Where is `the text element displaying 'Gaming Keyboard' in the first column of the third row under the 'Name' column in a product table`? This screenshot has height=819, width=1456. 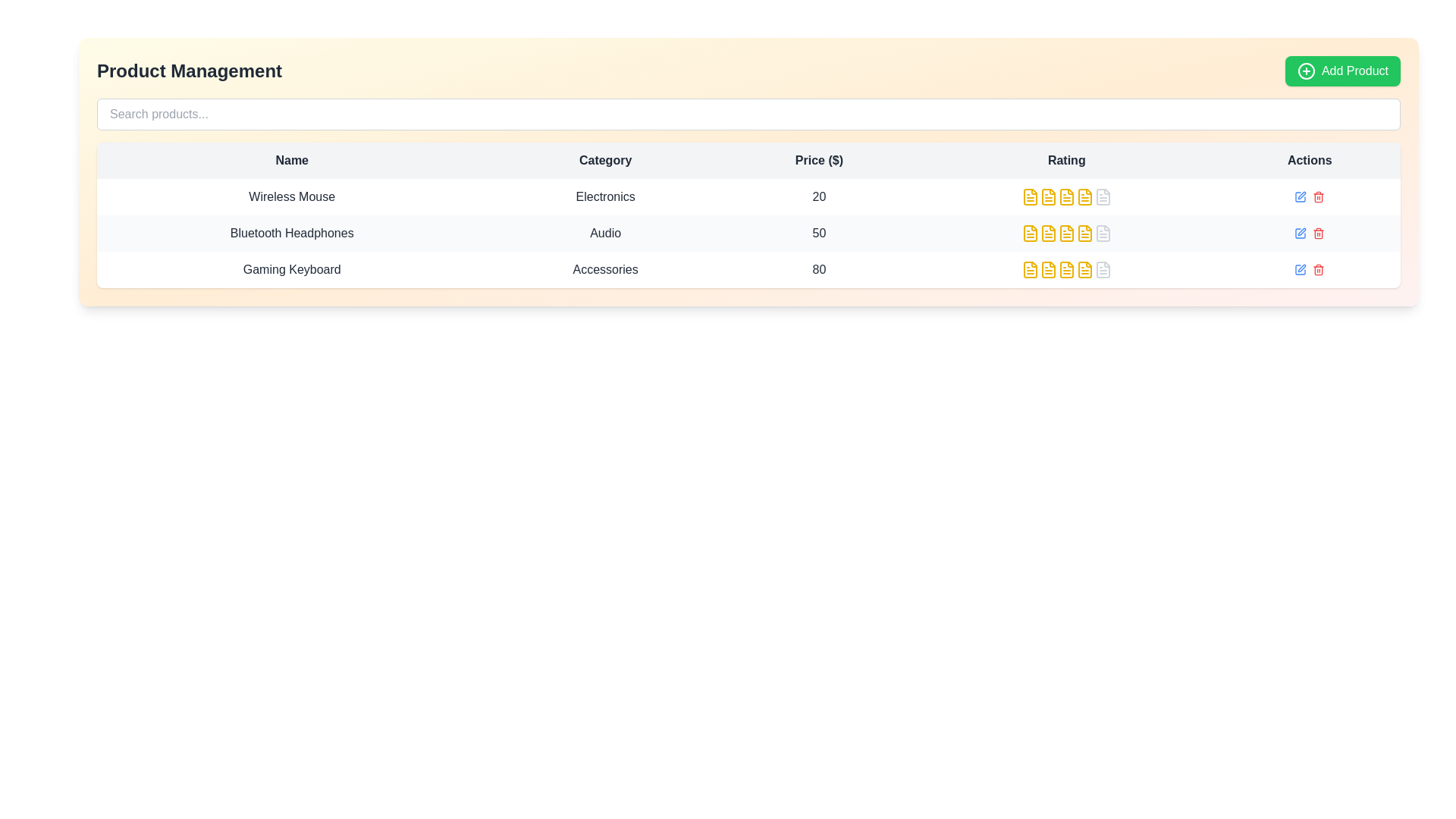
the text element displaying 'Gaming Keyboard' in the first column of the third row under the 'Name' column in a product table is located at coordinates (292, 268).